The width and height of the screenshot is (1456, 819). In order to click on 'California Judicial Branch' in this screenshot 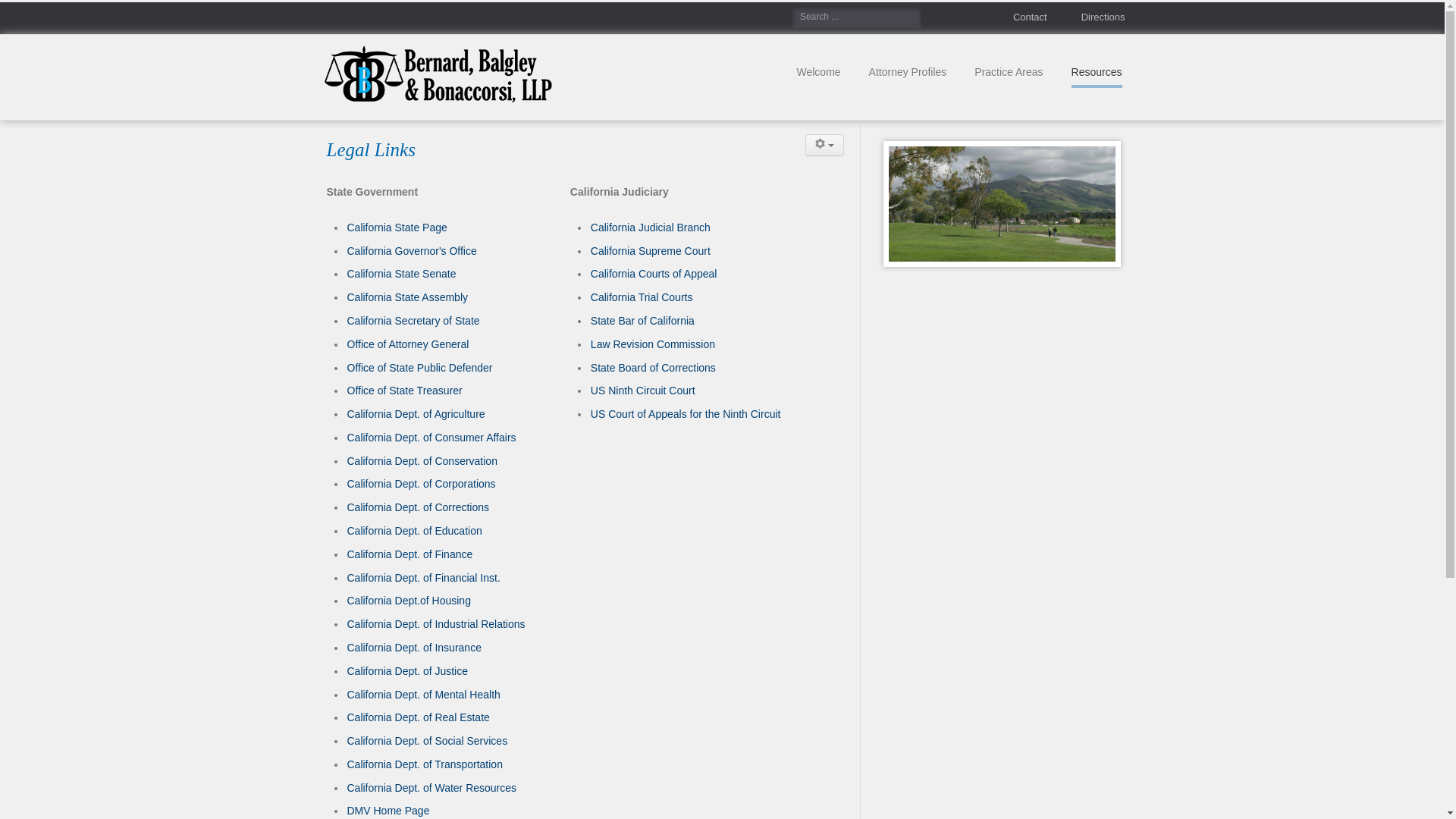, I will do `click(651, 227)`.